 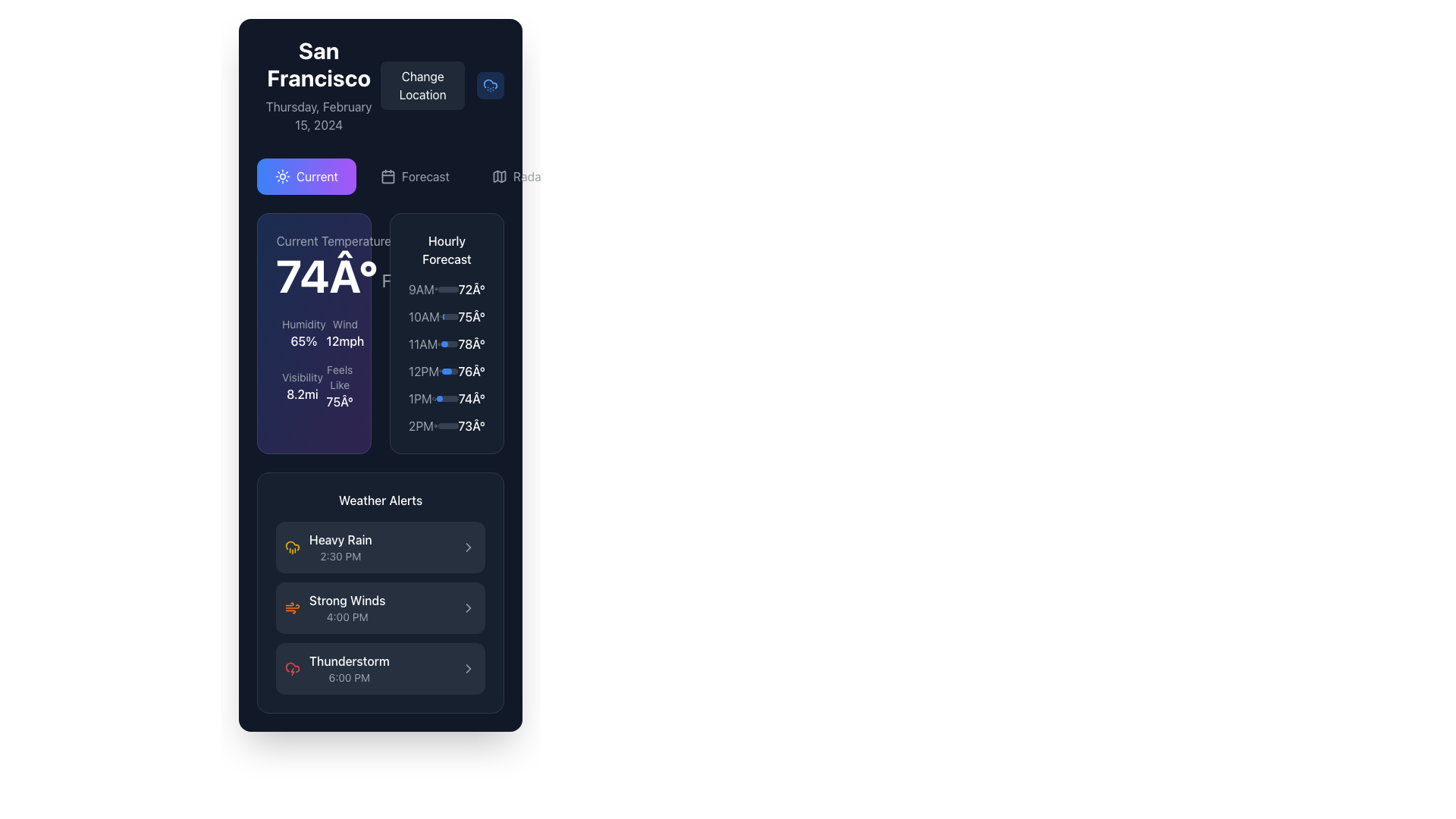 I want to click on temperature '75°' and the time '10AM' from the hourly temperature forecast row located in the 'Hourly Forecast' section, so click(x=446, y=315).